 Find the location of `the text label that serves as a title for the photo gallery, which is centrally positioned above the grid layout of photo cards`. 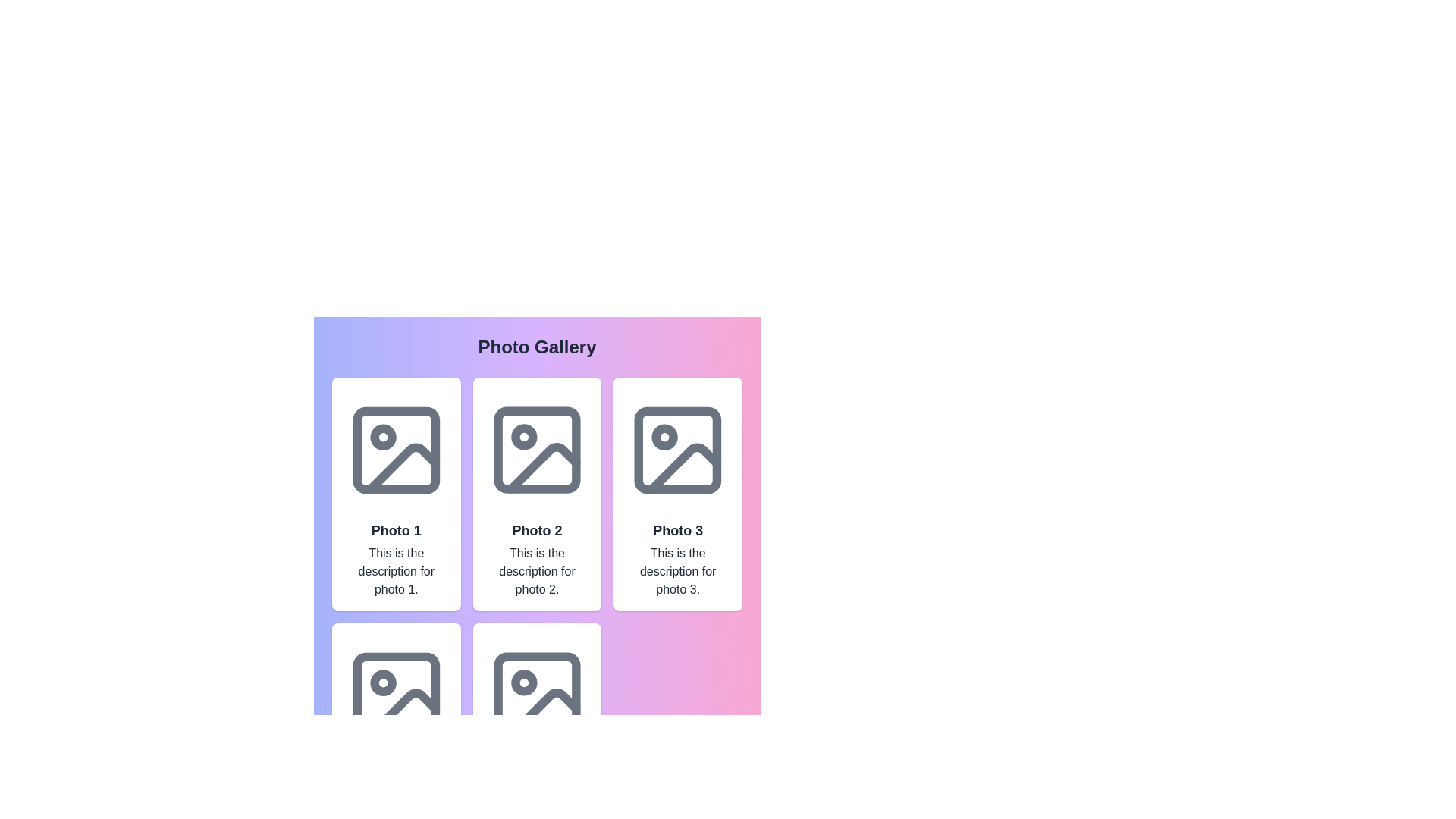

the text label that serves as a title for the photo gallery, which is centrally positioned above the grid layout of photo cards is located at coordinates (537, 347).